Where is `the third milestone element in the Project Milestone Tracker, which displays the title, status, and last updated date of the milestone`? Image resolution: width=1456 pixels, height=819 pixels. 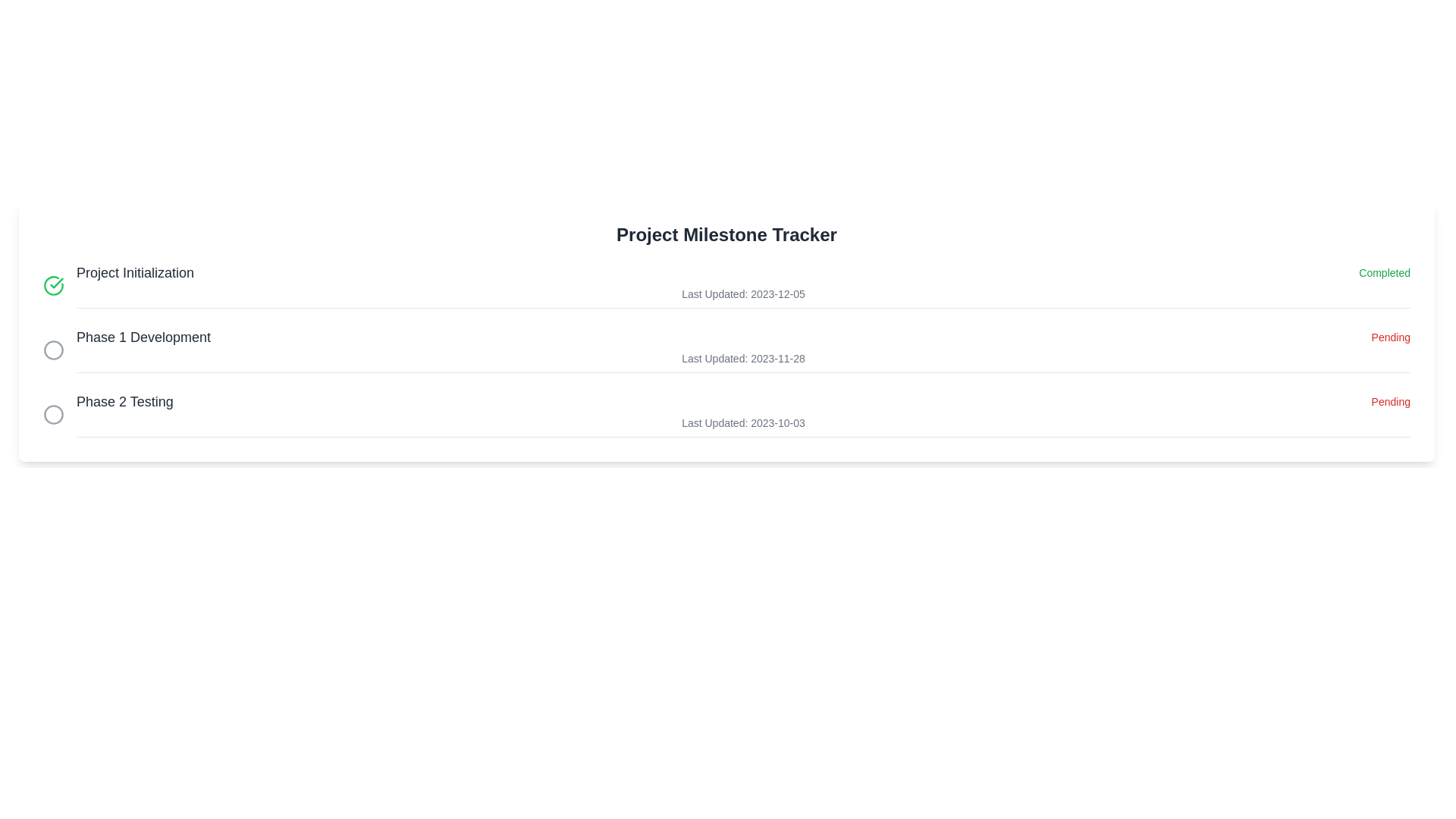
the third milestone element in the Project Milestone Tracker, which displays the title, status, and last updated date of the milestone is located at coordinates (743, 414).